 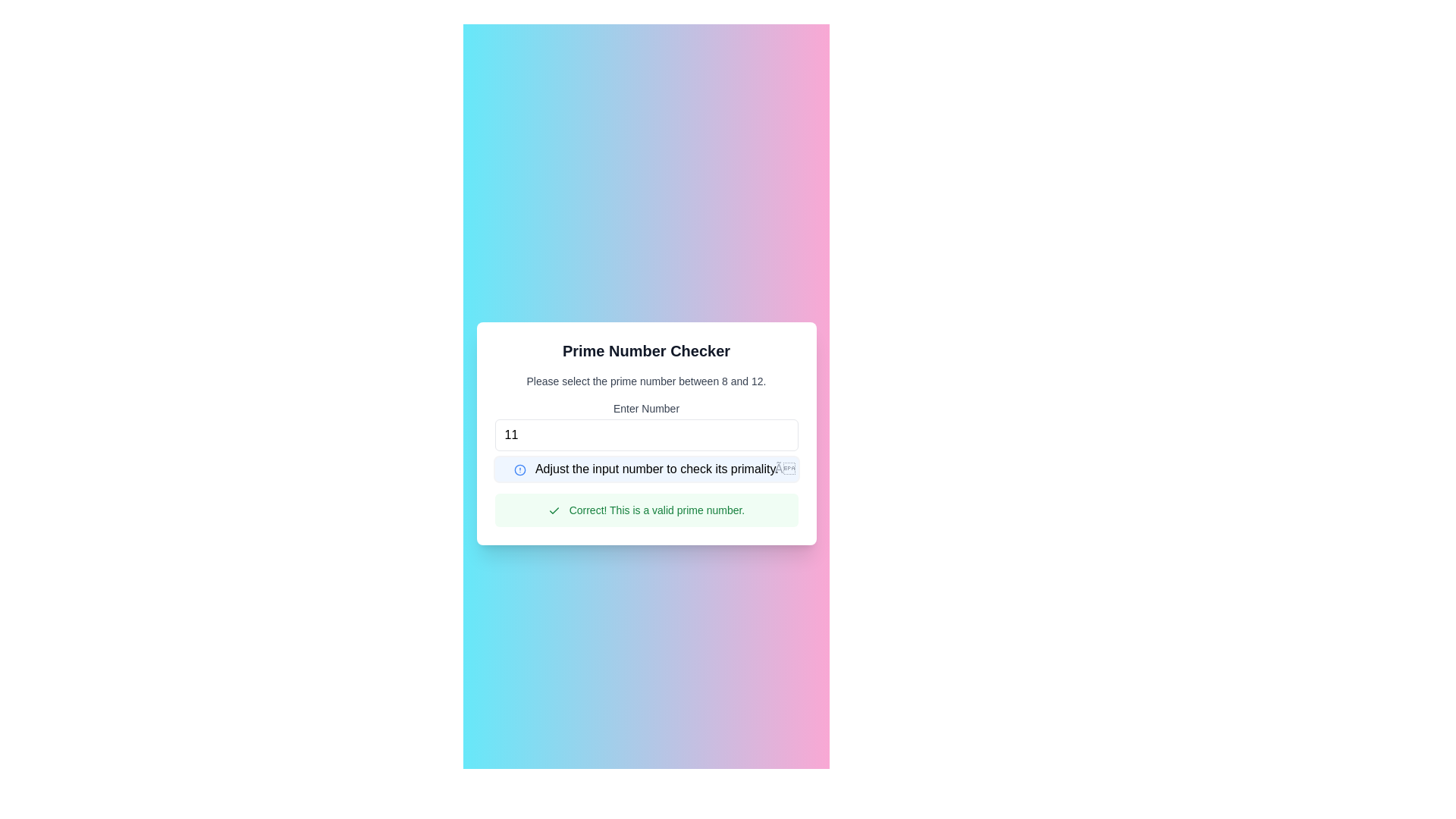 What do you see at coordinates (646, 433) in the screenshot?
I see `the input field labeled 'Enter Number' in the 'Prime Number Checker' modal to enter a number between 8 and 12` at bounding box center [646, 433].